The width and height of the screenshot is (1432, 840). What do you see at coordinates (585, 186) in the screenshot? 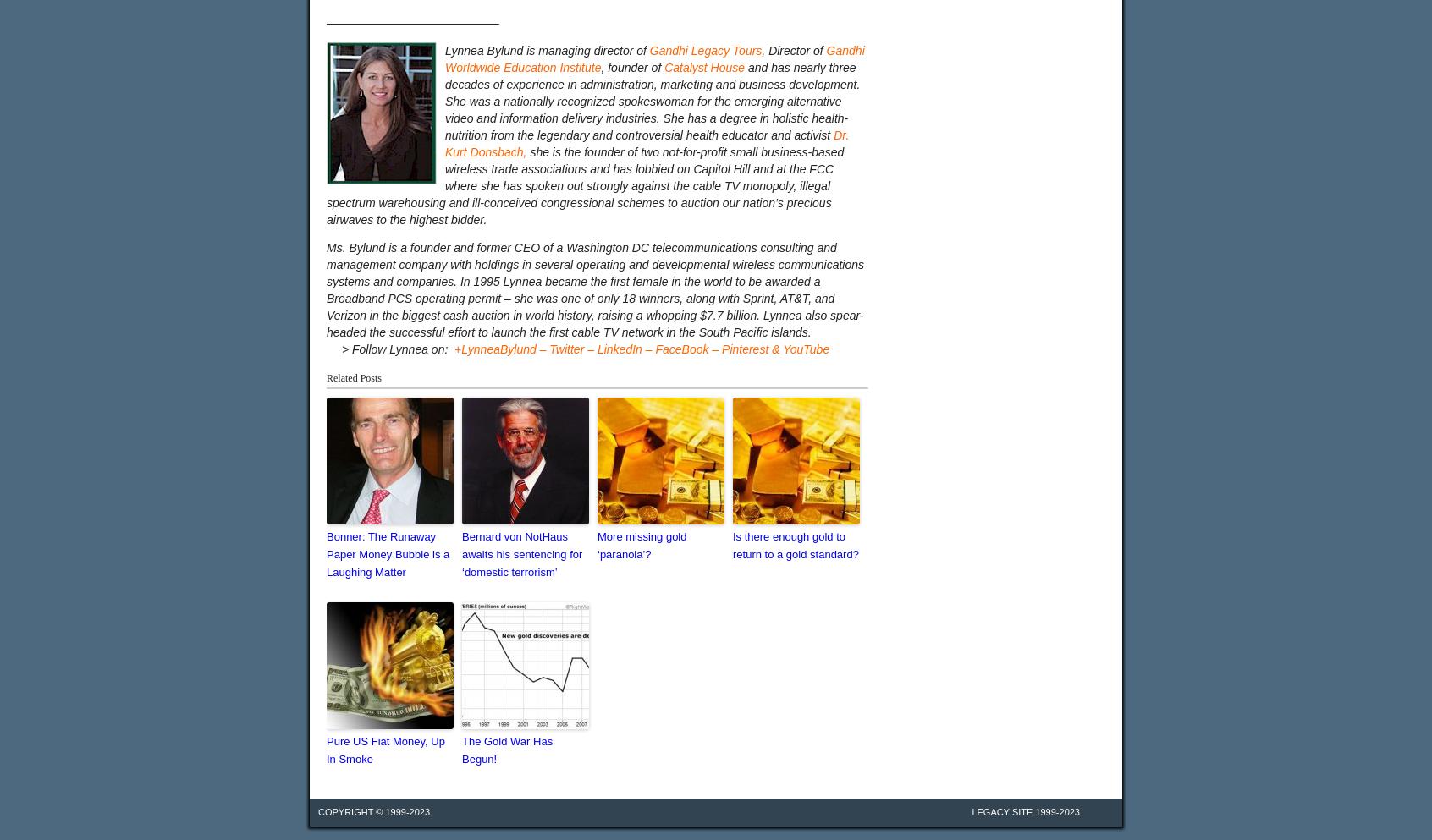
I see `'she is the founder of two not-for-profit small business-based wireless trade associations and has lobbied on Capitol Hill and at the FCC where she has spoken out strongly against the cable TV monopoly, illegal spectrum warehousing and ill-conceived congressional schemes to auction our nation’s precious airwaves to the highest bidder.'` at bounding box center [585, 186].